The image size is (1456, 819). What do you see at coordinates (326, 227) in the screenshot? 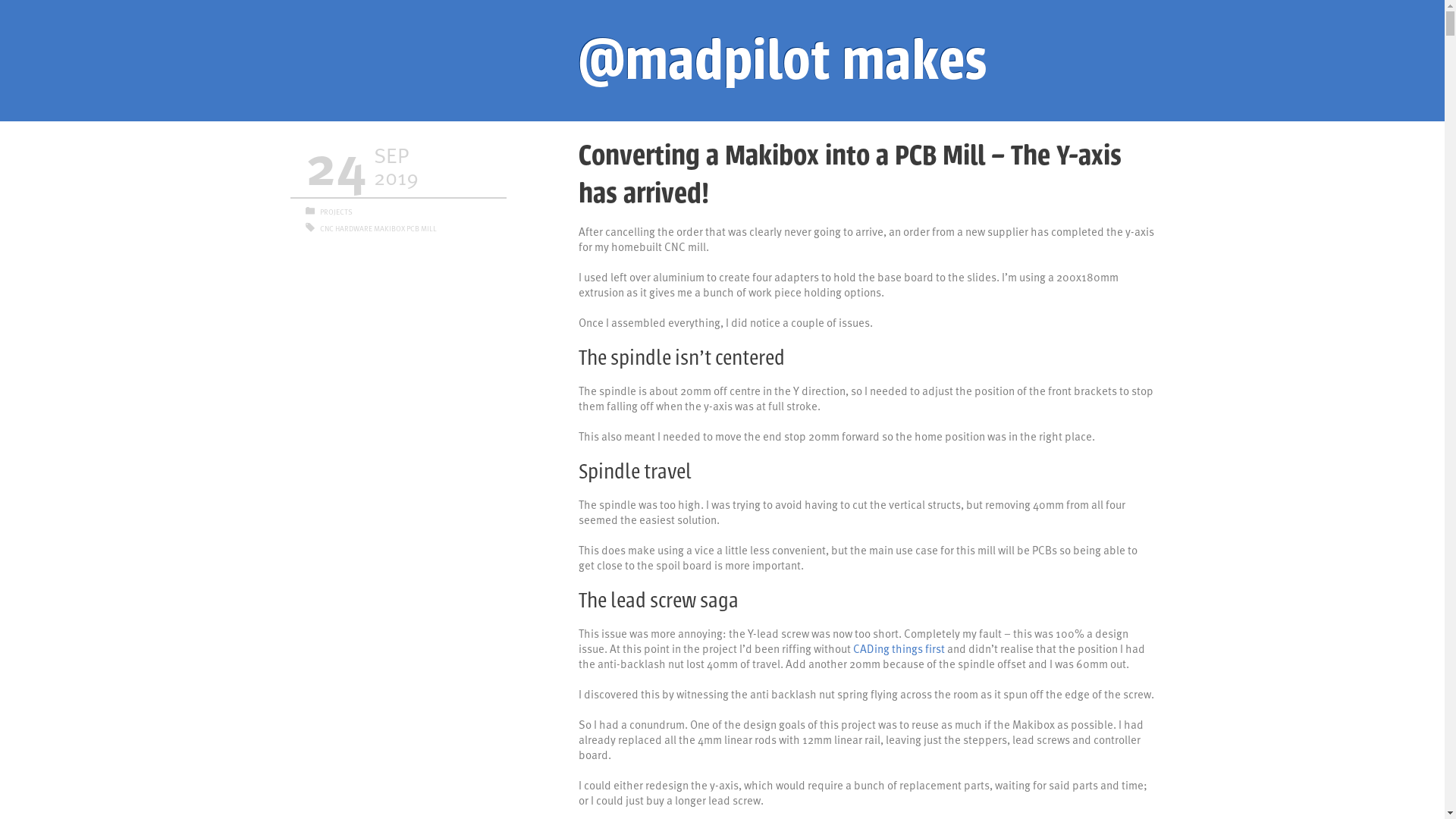
I see `'CNC'` at bounding box center [326, 227].